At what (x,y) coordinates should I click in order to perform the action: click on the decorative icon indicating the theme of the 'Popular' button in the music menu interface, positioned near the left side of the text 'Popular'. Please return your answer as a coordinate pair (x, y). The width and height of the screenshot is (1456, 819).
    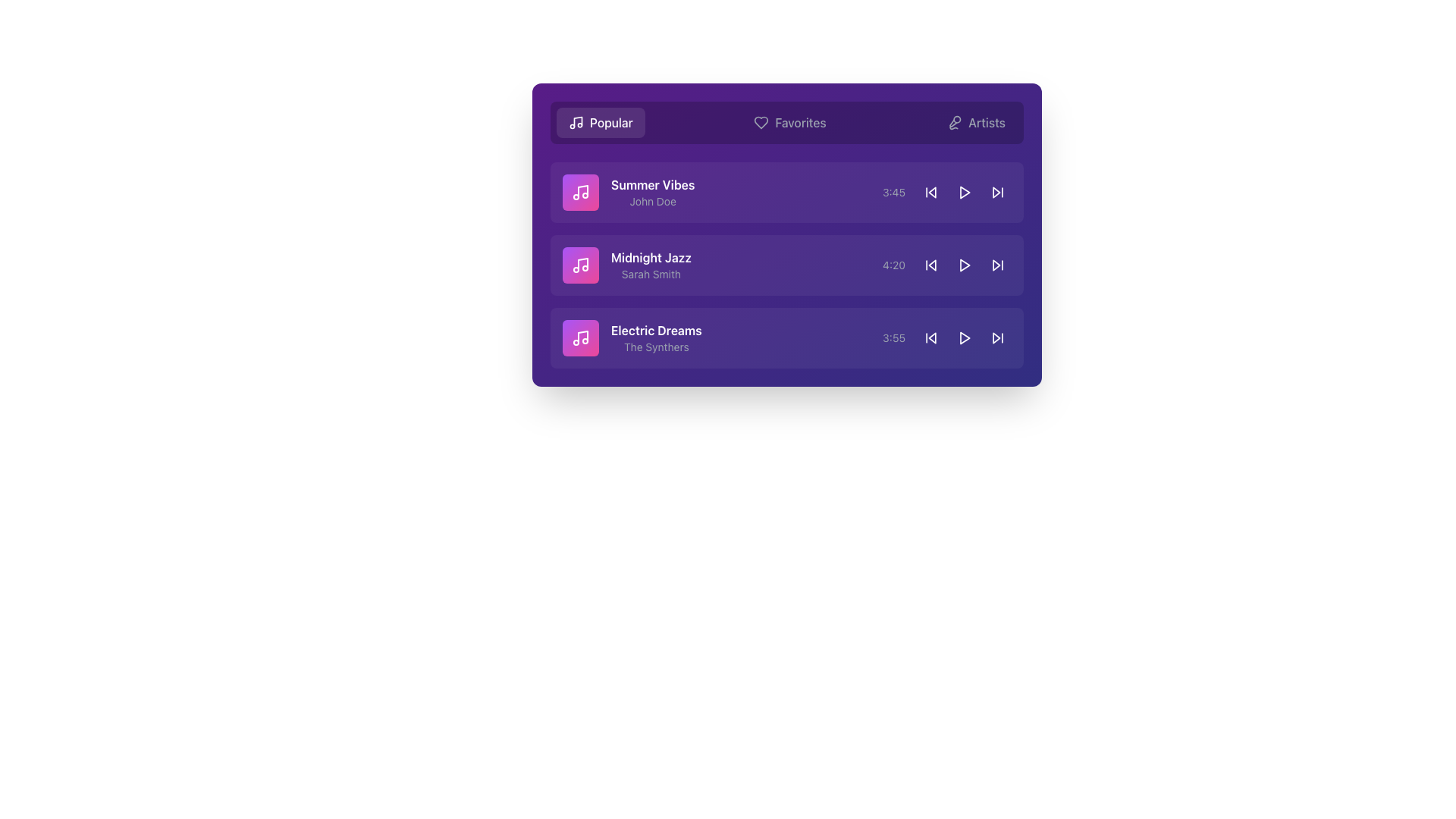
    Looking at the image, I should click on (577, 121).